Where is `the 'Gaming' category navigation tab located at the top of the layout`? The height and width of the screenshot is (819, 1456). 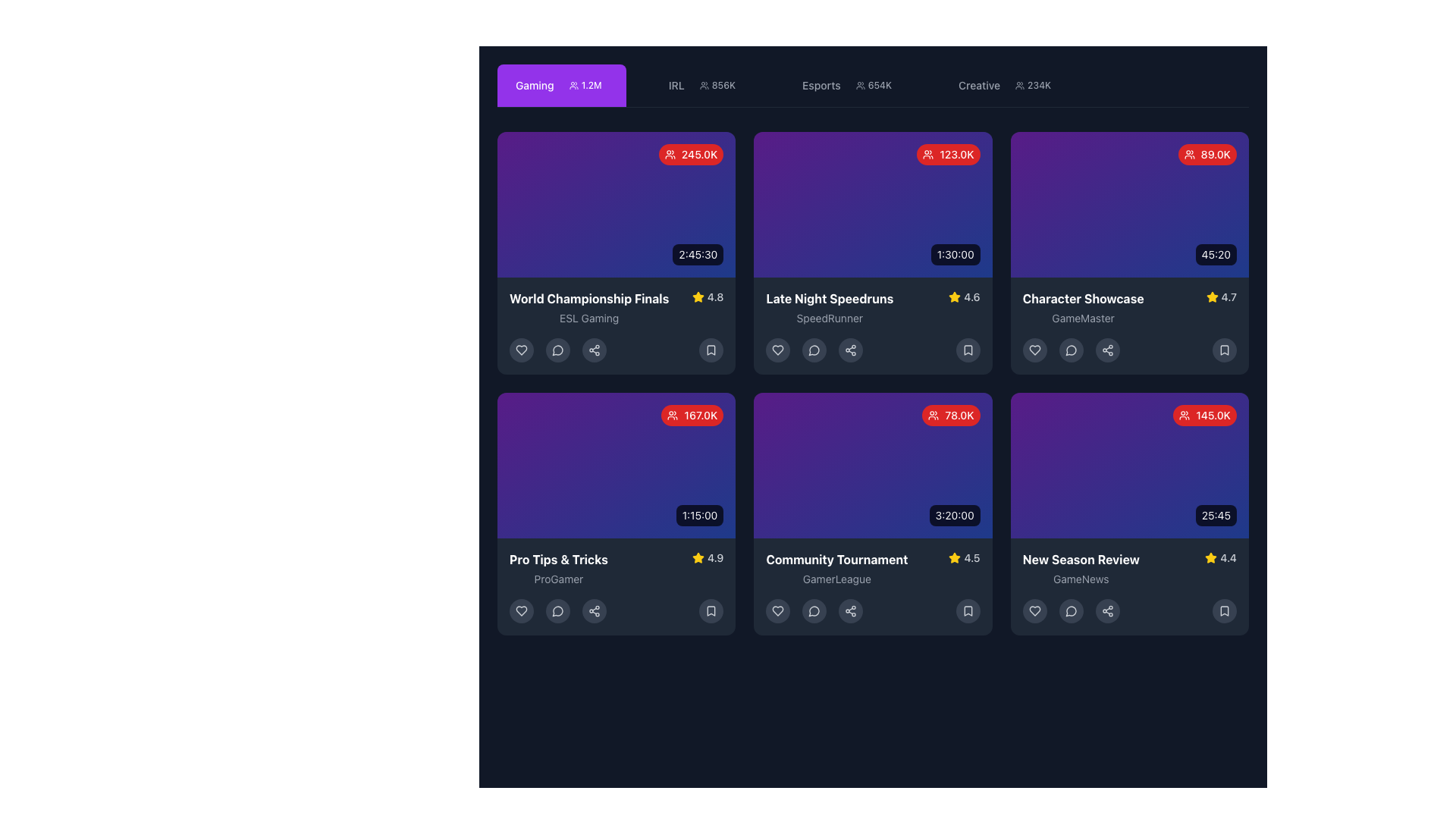 the 'Gaming' category navigation tab located at the top of the layout is located at coordinates (560, 85).